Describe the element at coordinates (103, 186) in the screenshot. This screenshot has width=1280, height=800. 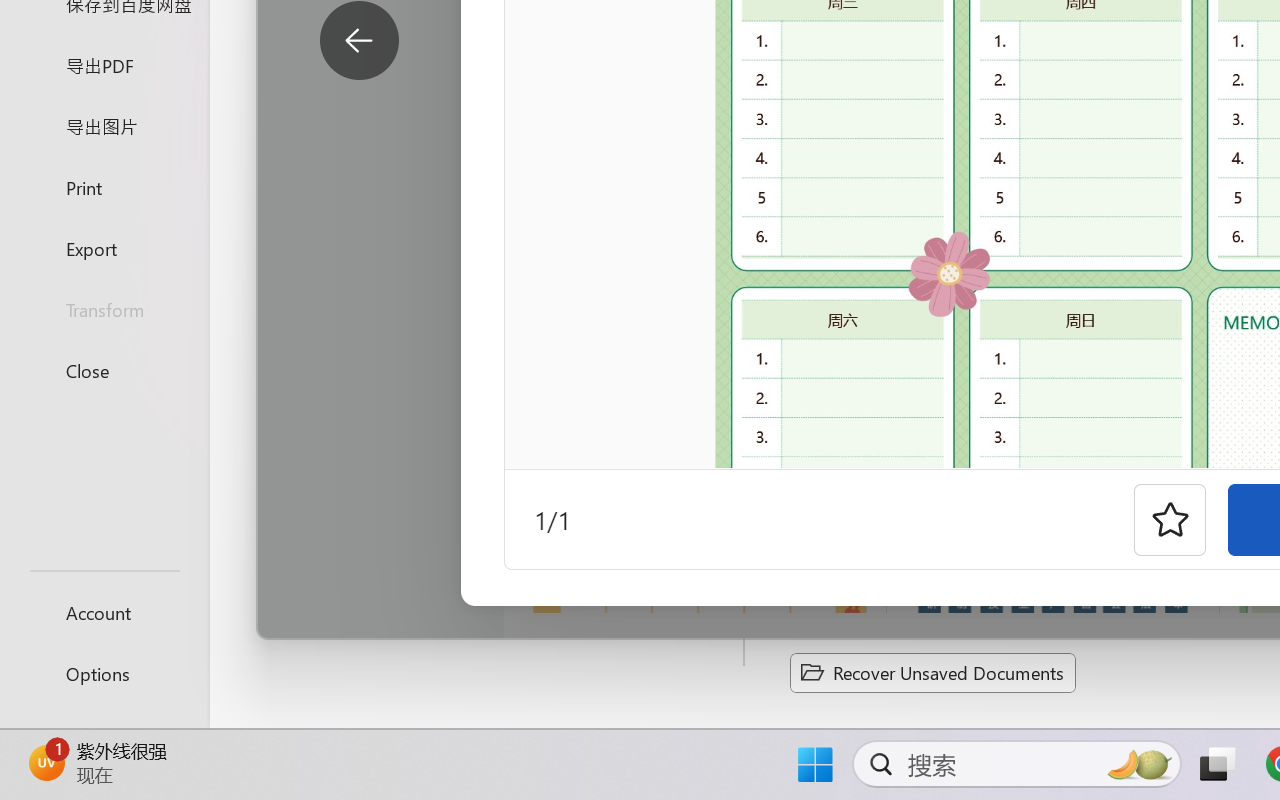
I see `'Print'` at that location.